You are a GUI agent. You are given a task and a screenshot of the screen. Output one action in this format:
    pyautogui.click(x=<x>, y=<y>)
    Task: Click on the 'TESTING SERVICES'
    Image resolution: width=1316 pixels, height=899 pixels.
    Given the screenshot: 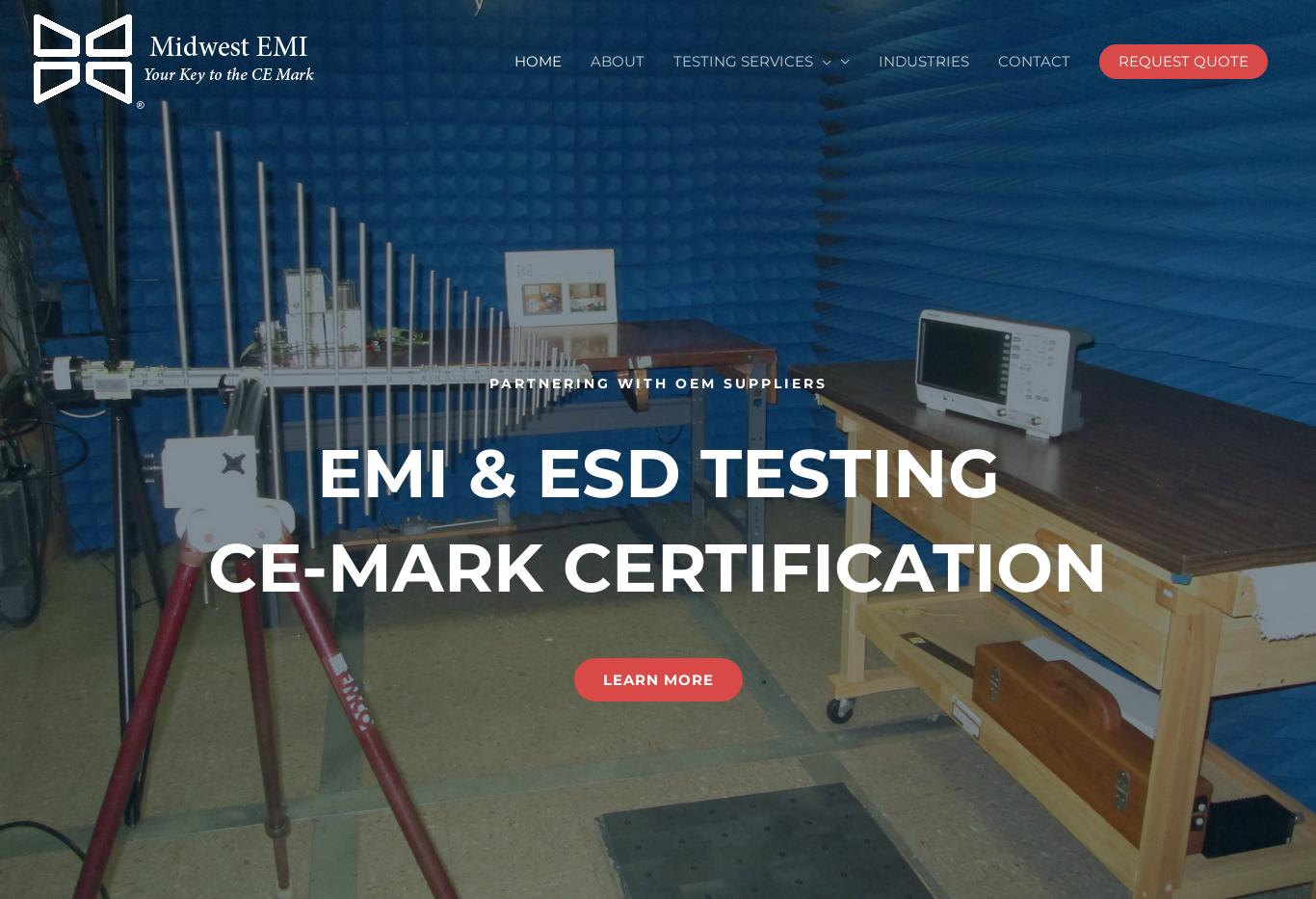 What is the action you would take?
    pyautogui.click(x=743, y=61)
    